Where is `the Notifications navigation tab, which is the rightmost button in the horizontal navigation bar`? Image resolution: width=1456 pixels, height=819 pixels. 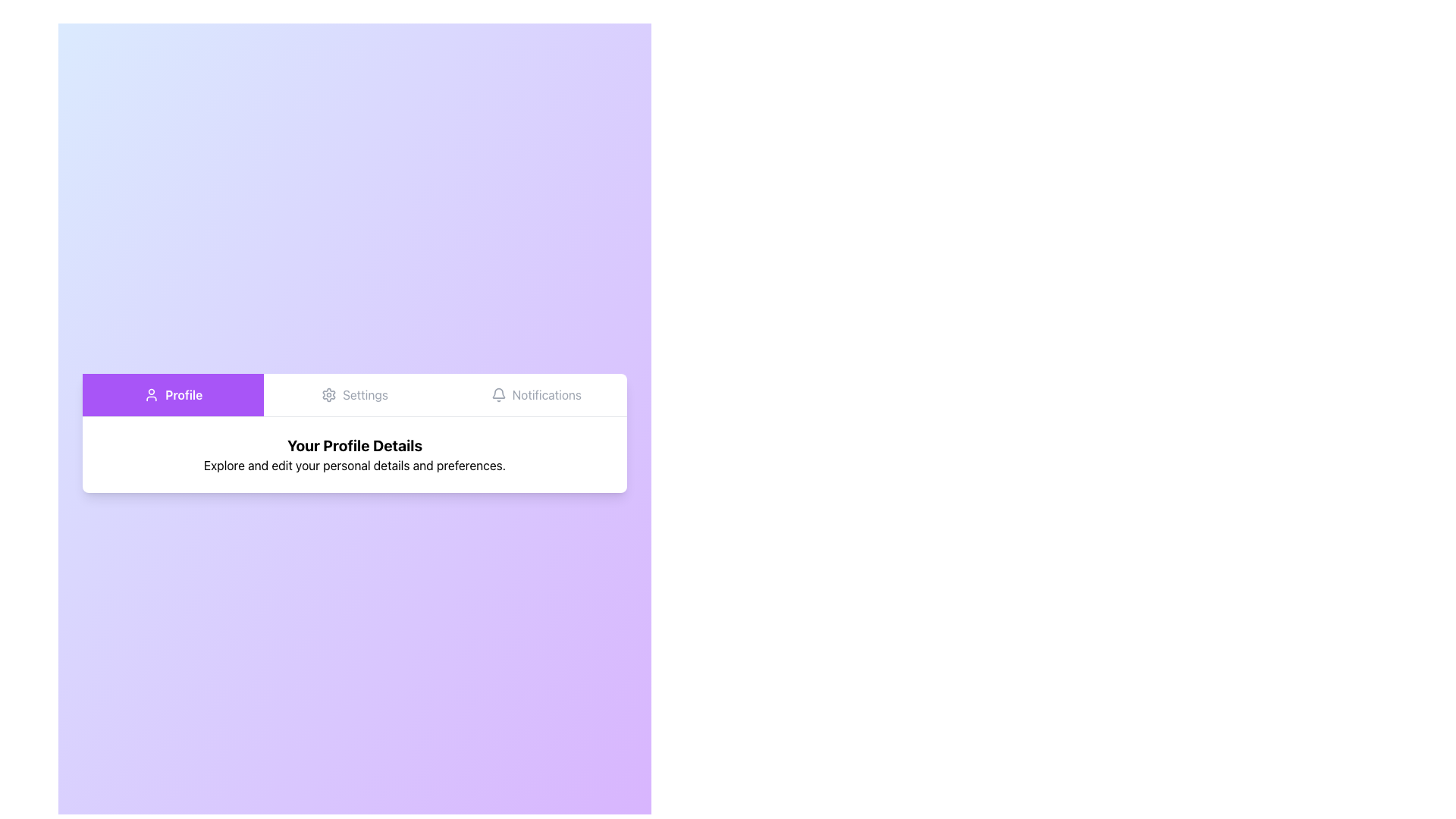 the Notifications navigation tab, which is the rightmost button in the horizontal navigation bar is located at coordinates (536, 394).